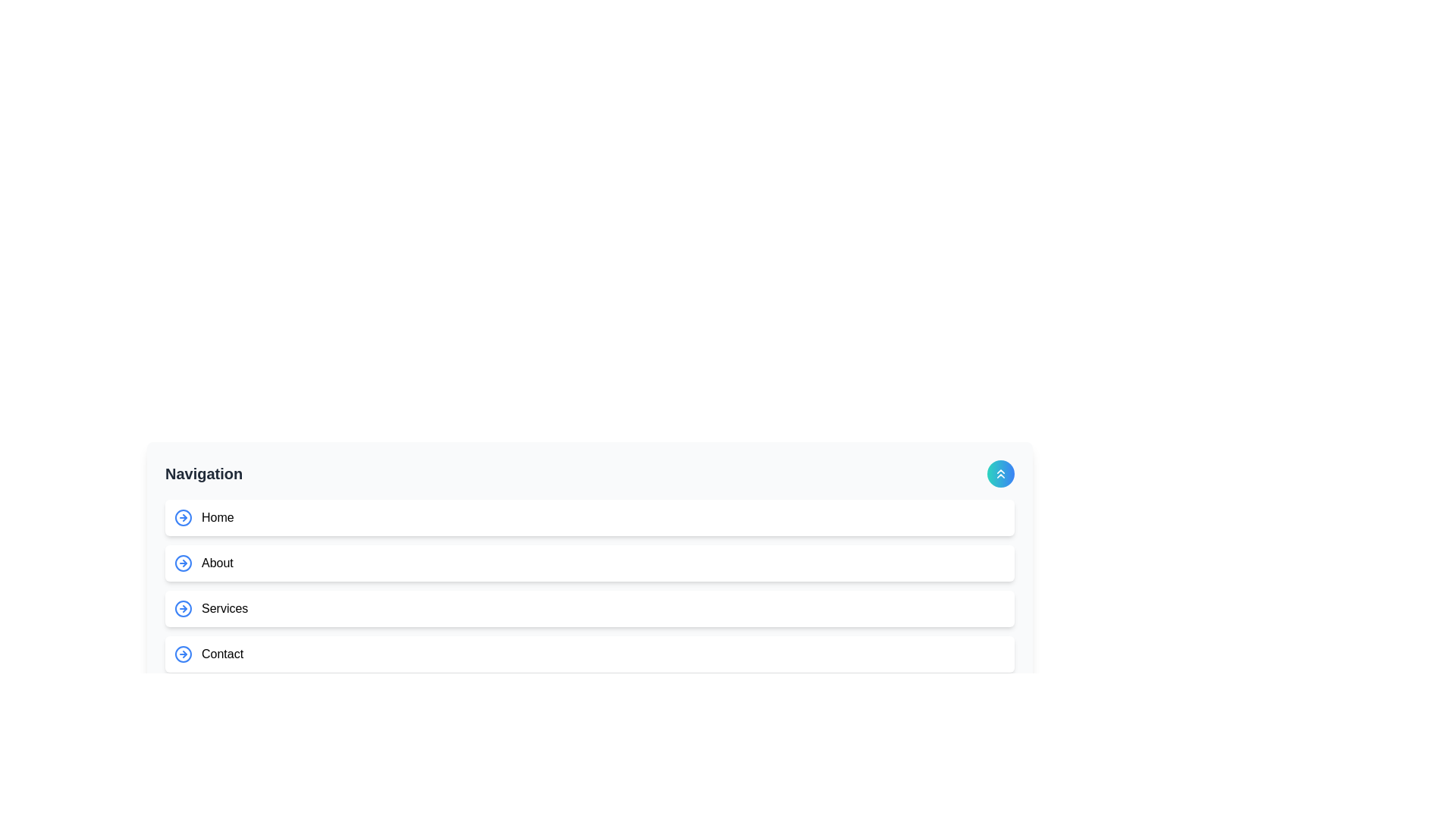  What do you see at coordinates (182, 563) in the screenshot?
I see `the circular icon with a blue outline within the arrow icon next to the 'About' text in the navigation menu` at bounding box center [182, 563].